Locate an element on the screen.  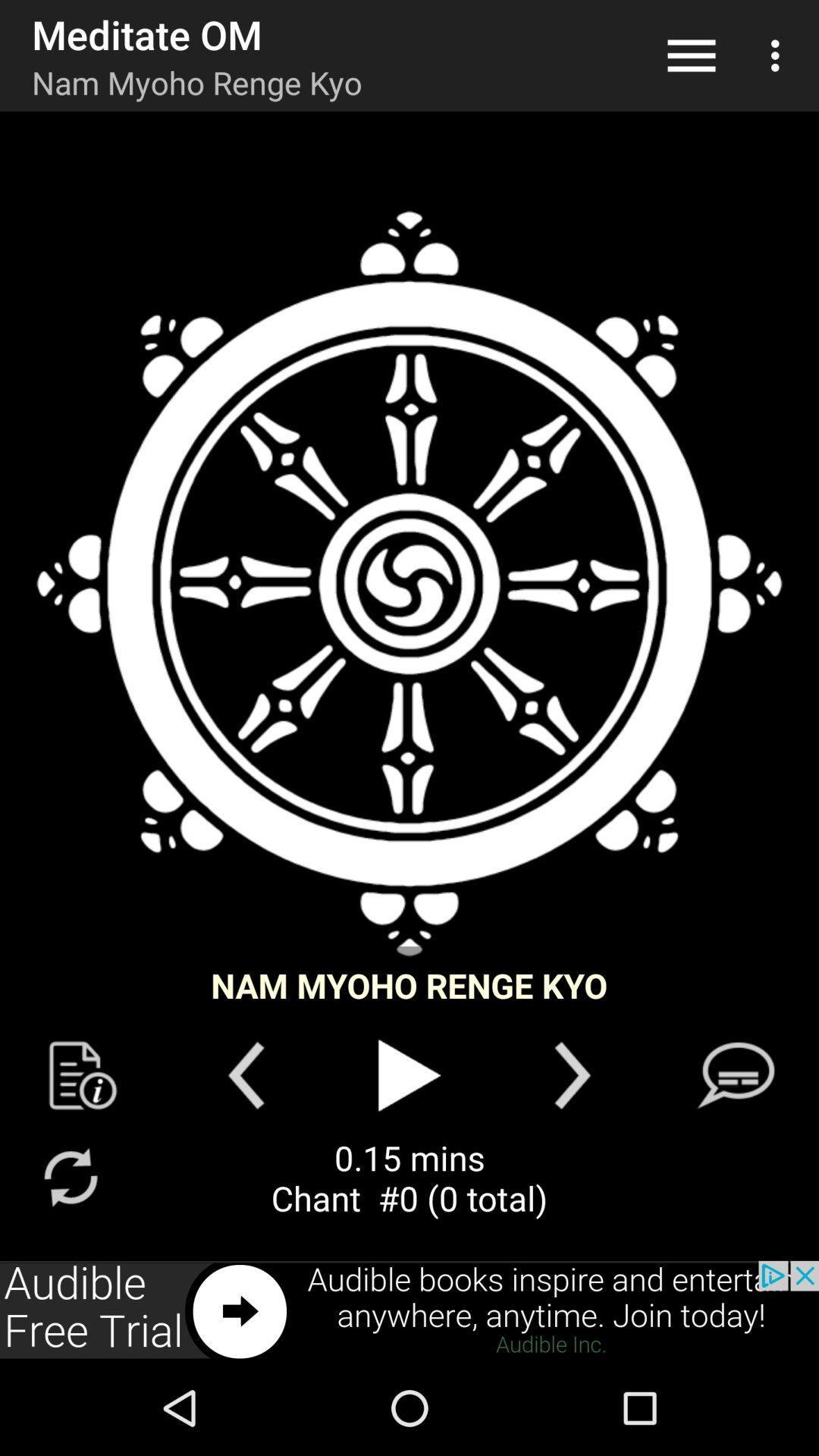
the advertisement is located at coordinates (409, 1310).